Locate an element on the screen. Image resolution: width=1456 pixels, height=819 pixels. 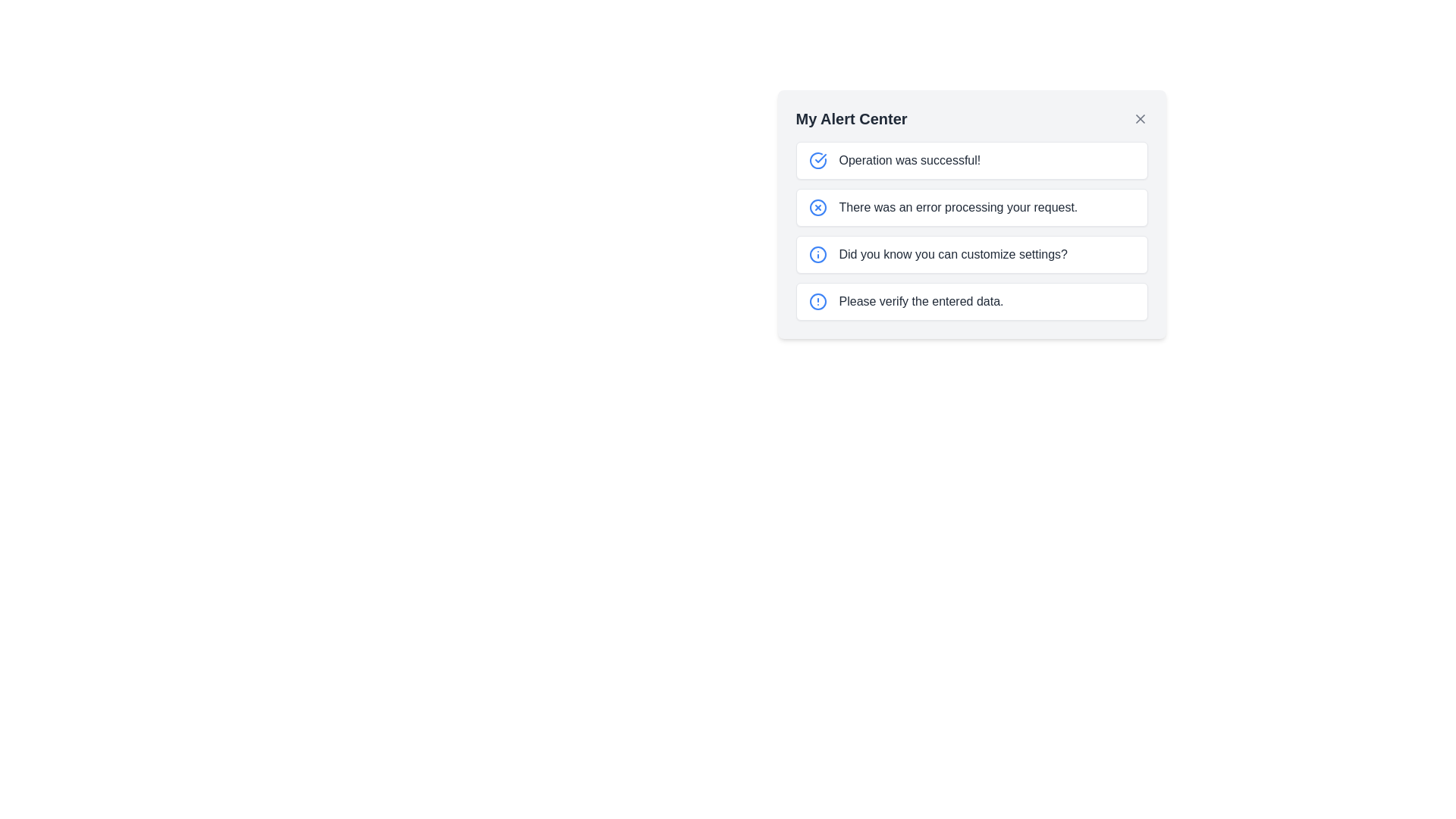
the success icon located at the leftmost part of the alert box, next to the message 'Operation was successful!' is located at coordinates (817, 161).